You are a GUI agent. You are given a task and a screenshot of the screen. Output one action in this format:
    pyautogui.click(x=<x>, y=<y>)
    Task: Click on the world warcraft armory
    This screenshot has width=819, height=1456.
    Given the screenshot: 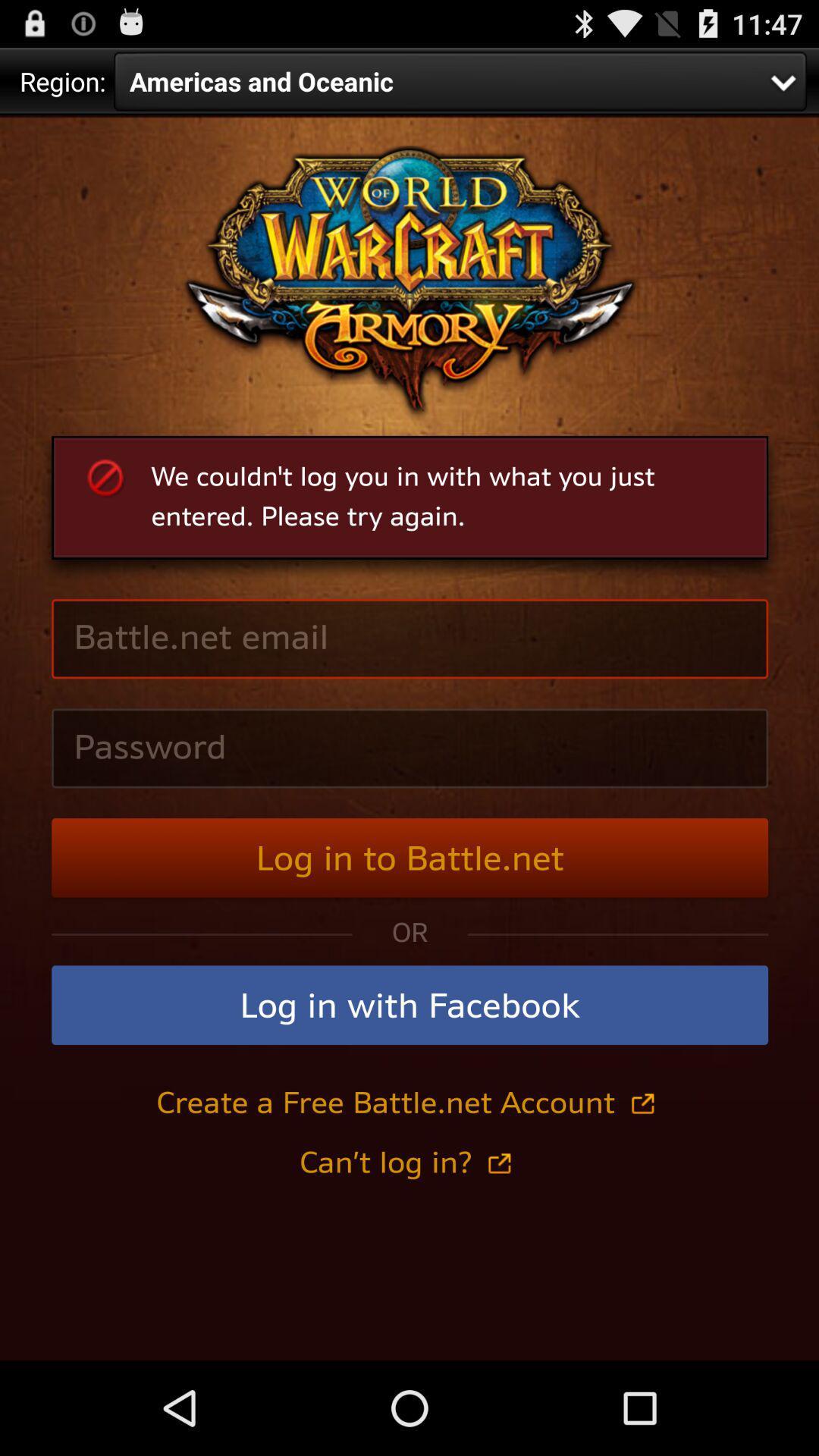 What is the action you would take?
    pyautogui.click(x=409, y=738)
    